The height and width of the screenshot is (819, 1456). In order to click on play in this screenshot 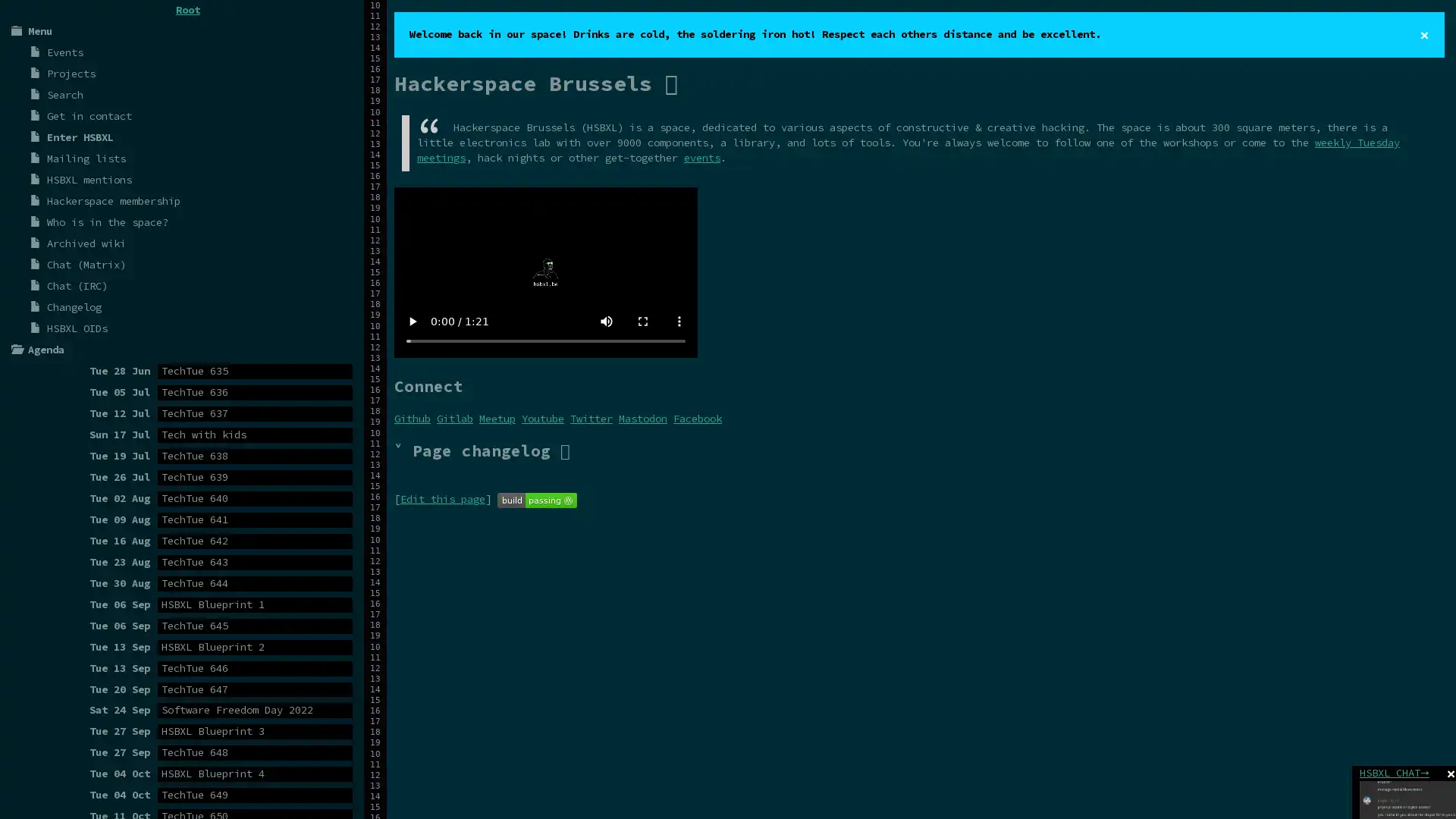, I will do `click(412, 320)`.